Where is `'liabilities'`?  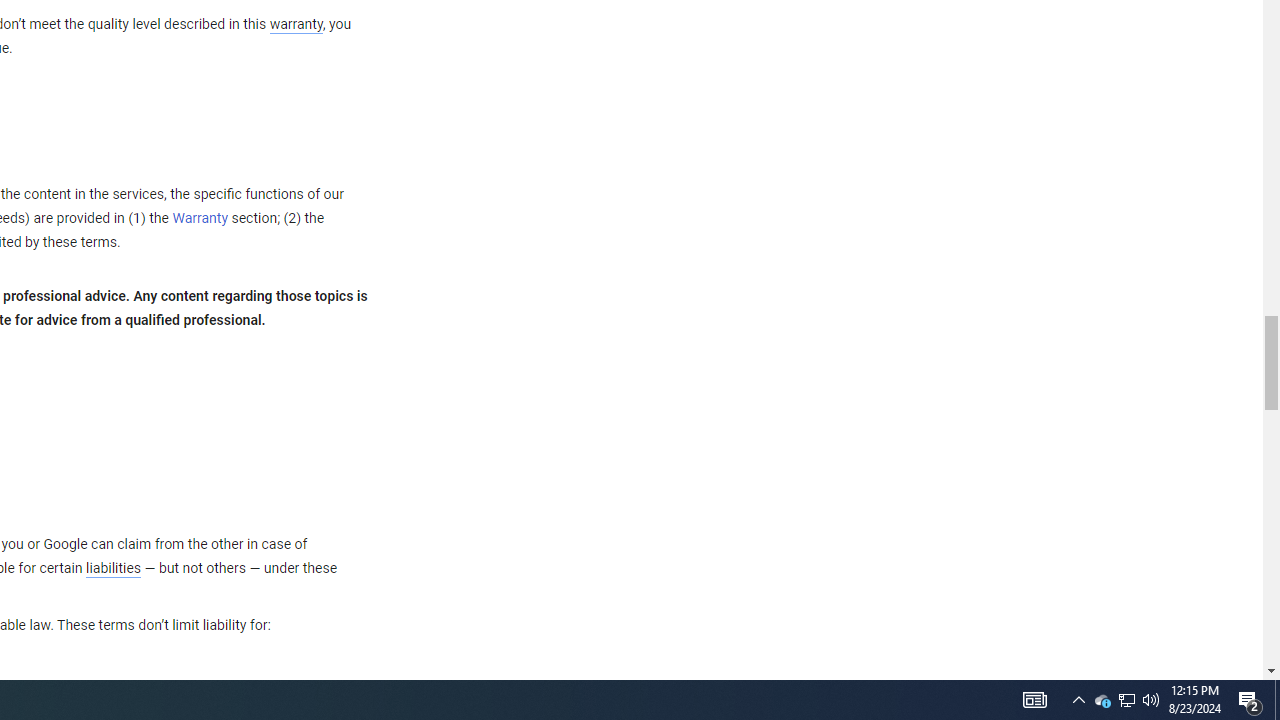 'liabilities' is located at coordinates (112, 568).